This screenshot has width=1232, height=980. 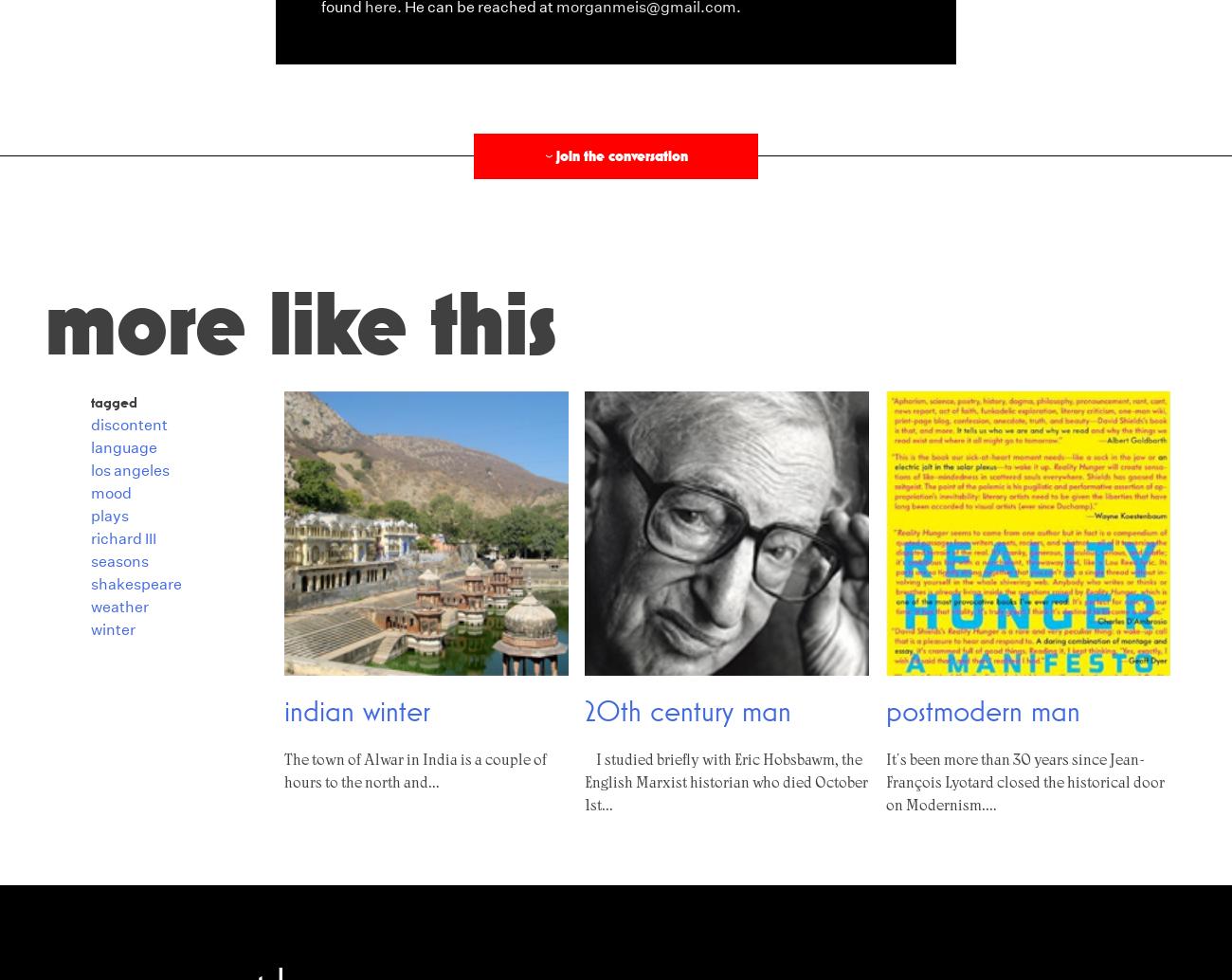 What do you see at coordinates (618, 154) in the screenshot?
I see `'Join the conversation'` at bounding box center [618, 154].